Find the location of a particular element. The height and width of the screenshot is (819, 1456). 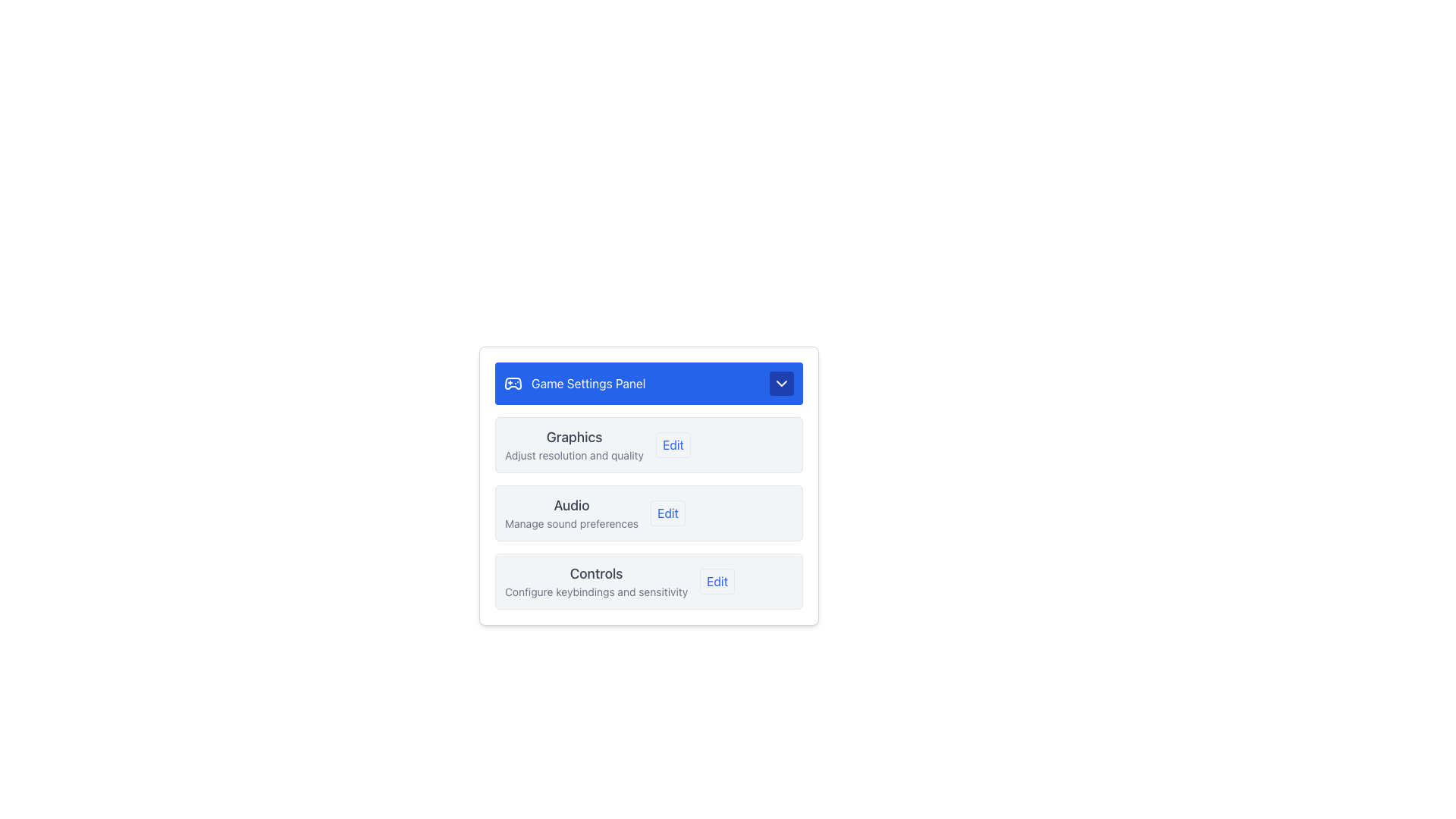

the game controller icon with a minimalistic design and a blue background, located on the left side of the 'Game Settings Panel' header is located at coordinates (513, 382).